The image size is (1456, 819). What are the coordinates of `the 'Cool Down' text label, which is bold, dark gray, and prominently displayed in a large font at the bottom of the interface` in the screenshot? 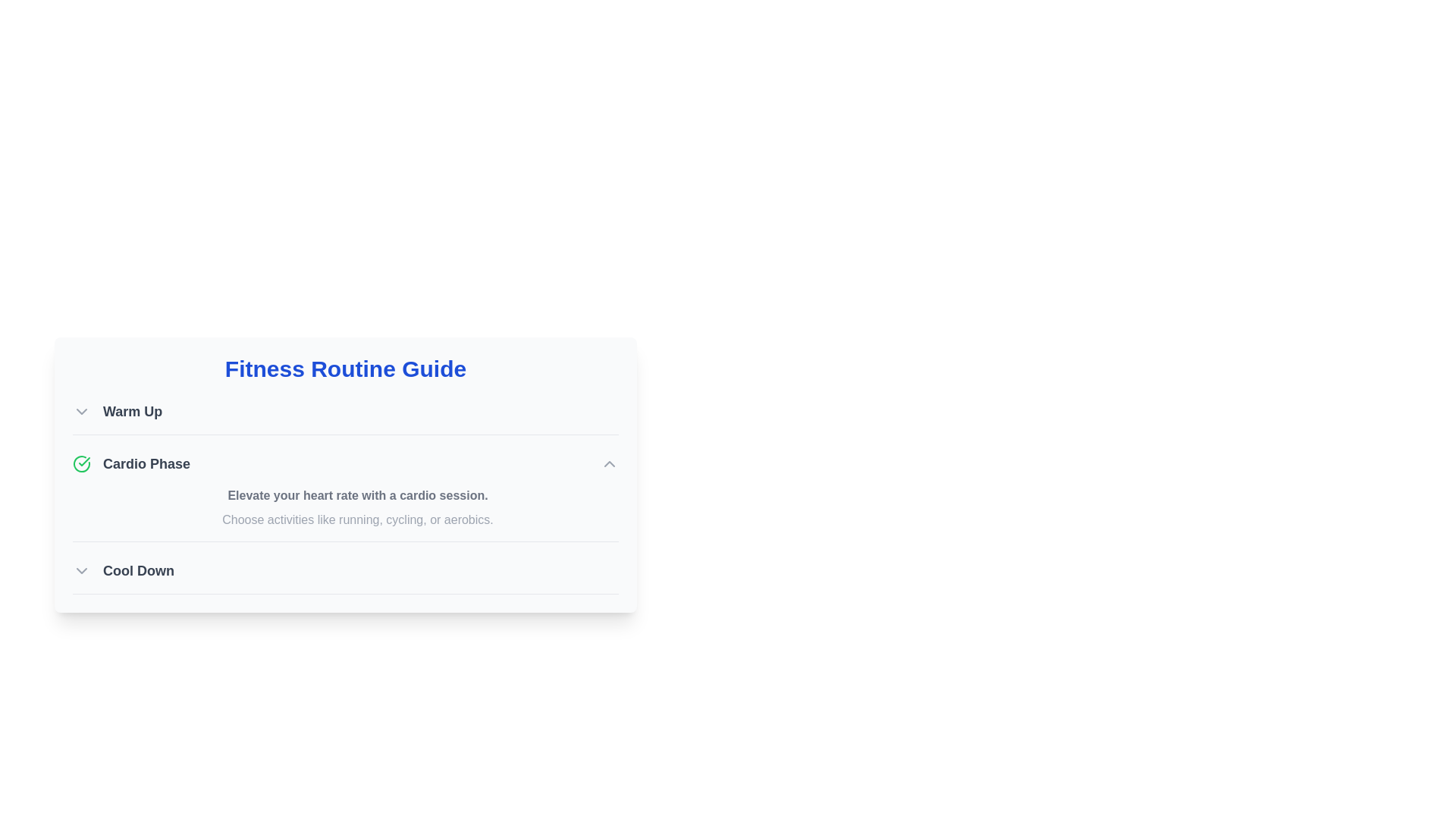 It's located at (138, 570).